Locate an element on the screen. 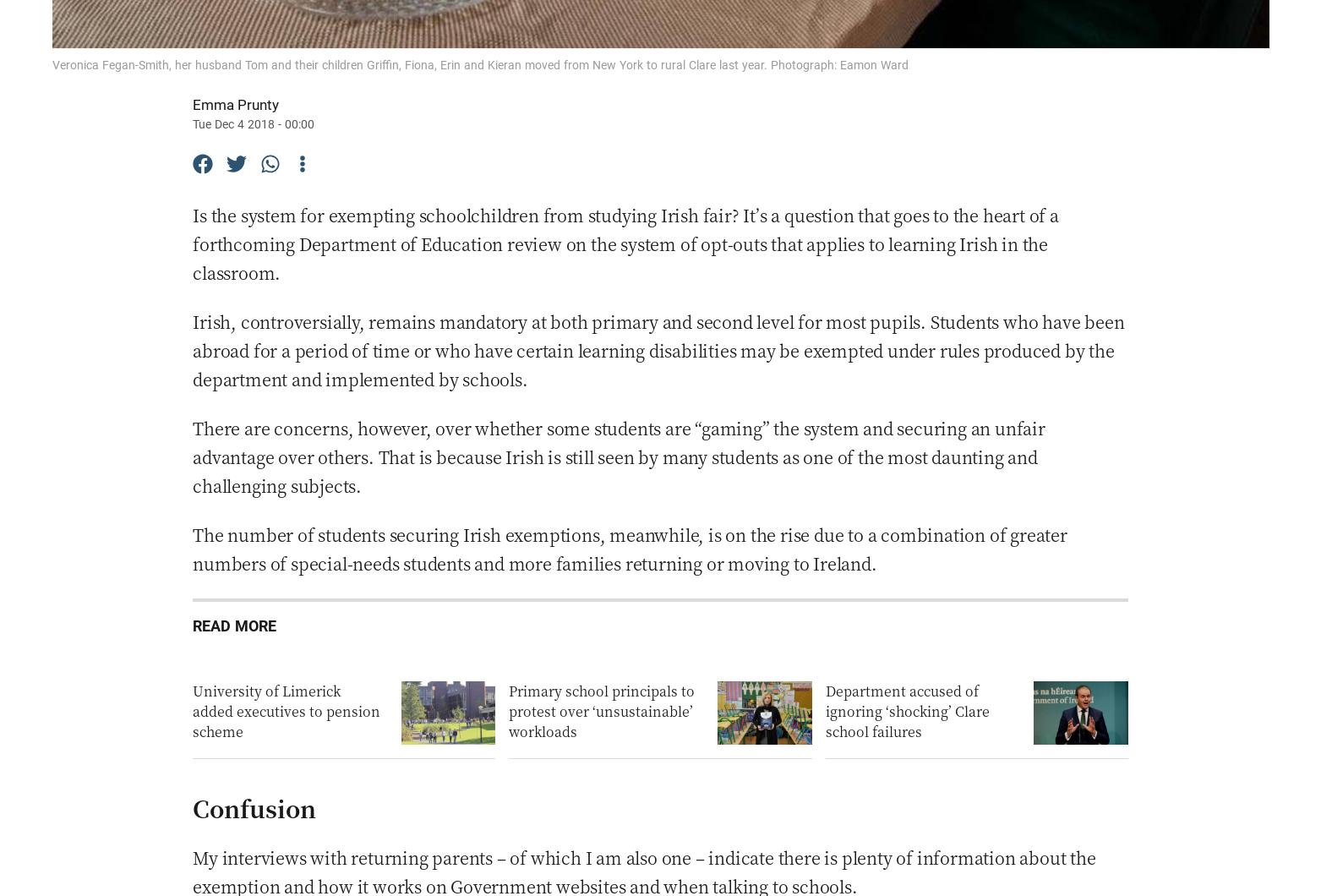  'There are concerns, however, over whether some students are “gaming” the system and securing an unfair advantage over others. That is because Irish is still seen by many students as one of the most daunting and challenging subjects.' is located at coordinates (618, 456).